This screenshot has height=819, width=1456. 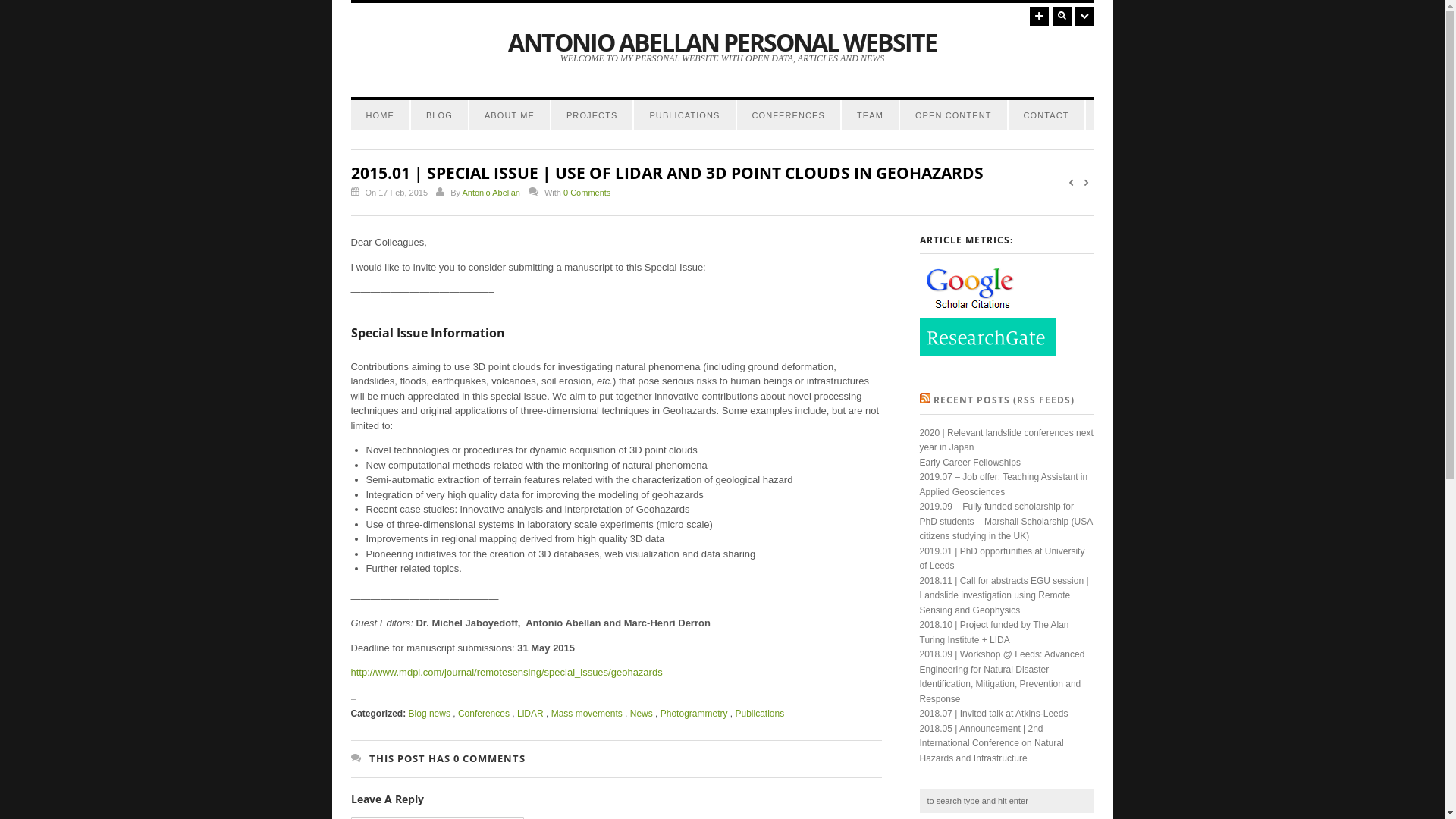 What do you see at coordinates (510, 114) in the screenshot?
I see `'ABOUT ME'` at bounding box center [510, 114].